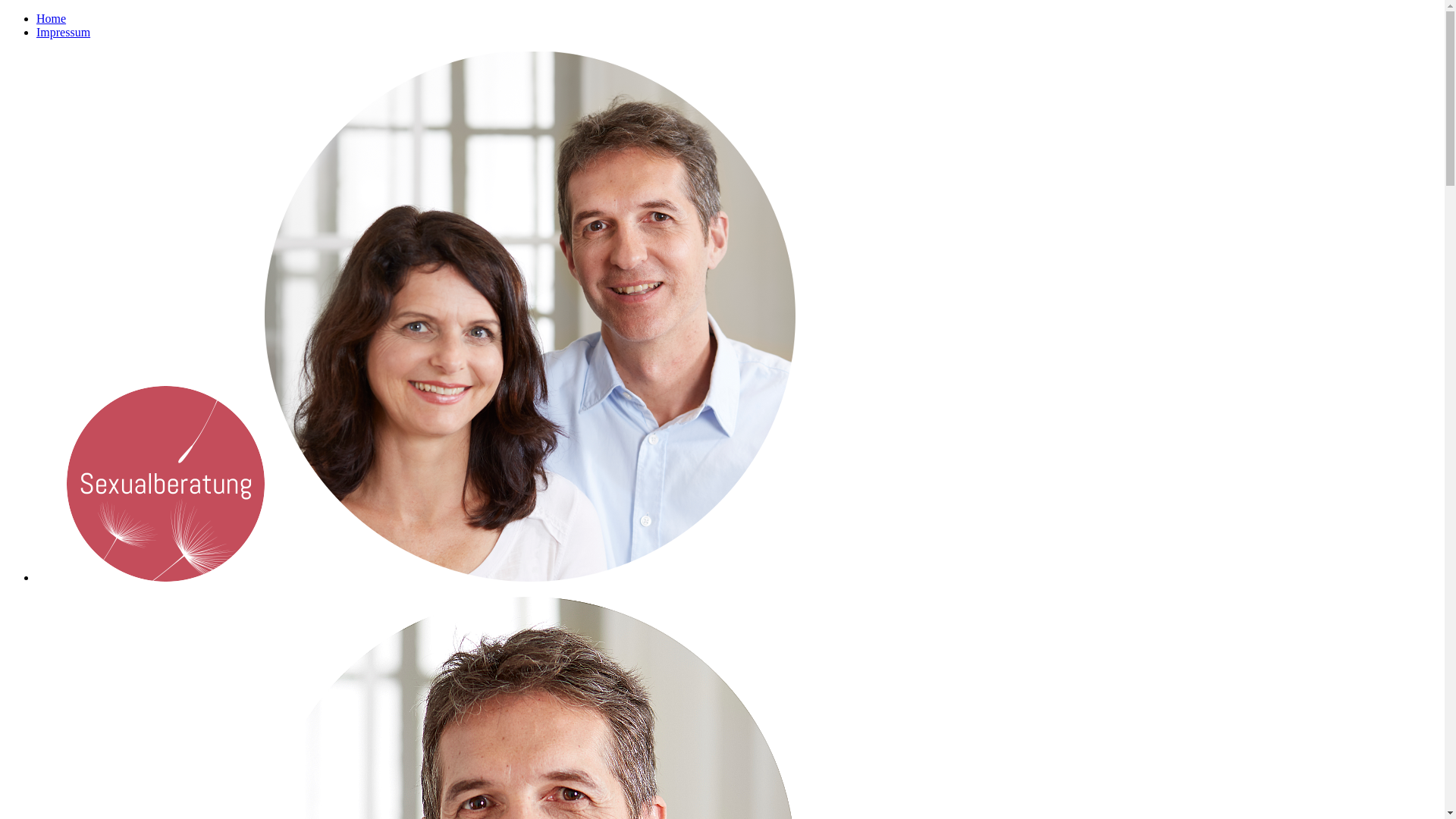  I want to click on 'Impressum', so click(62, 32).